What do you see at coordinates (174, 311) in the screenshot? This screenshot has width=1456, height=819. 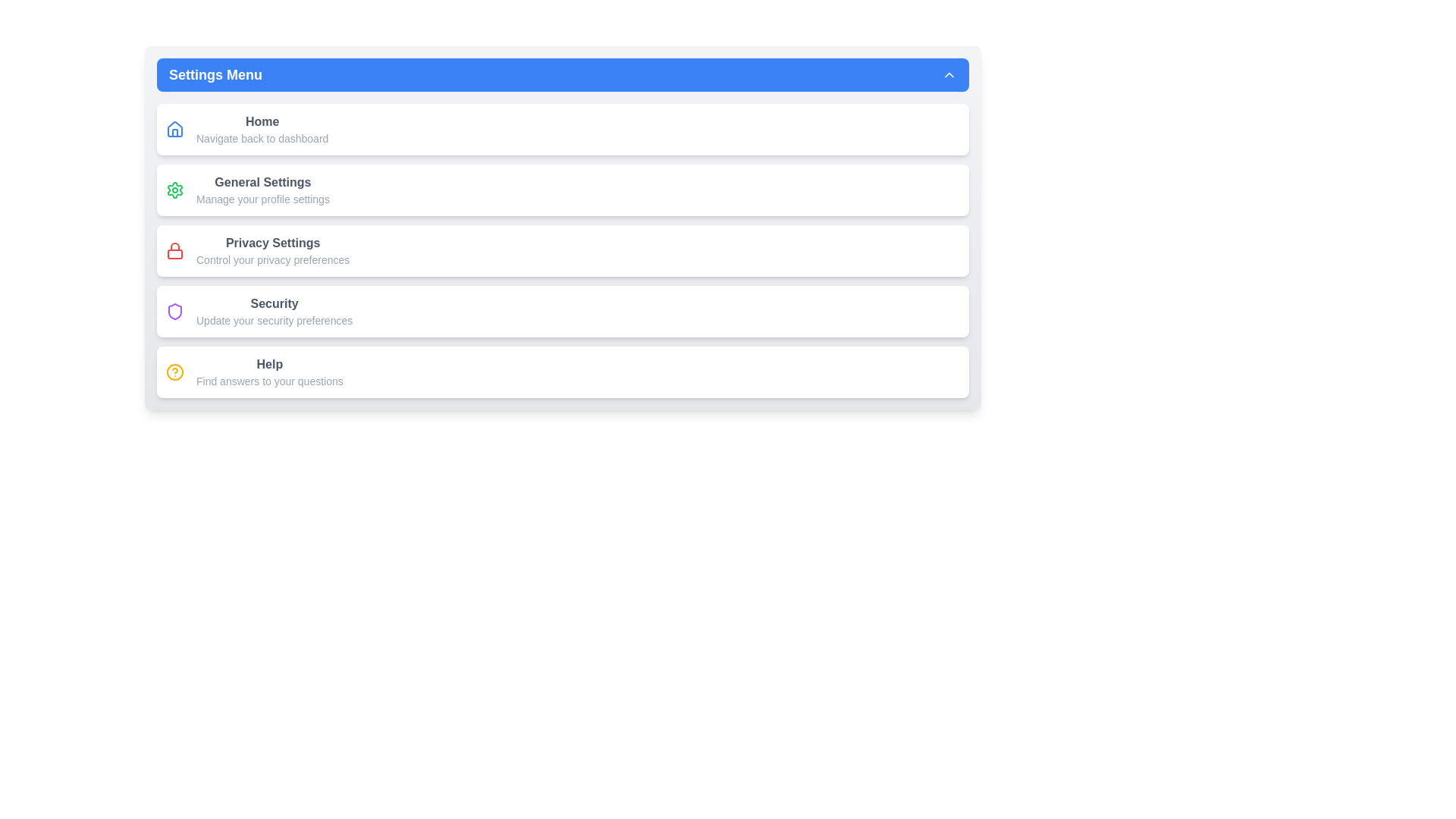 I see `the 'Security' icon located in the leftmost portion of the fourth row of the settings menu, which is visually represented to identify the 'Security' section` at bounding box center [174, 311].